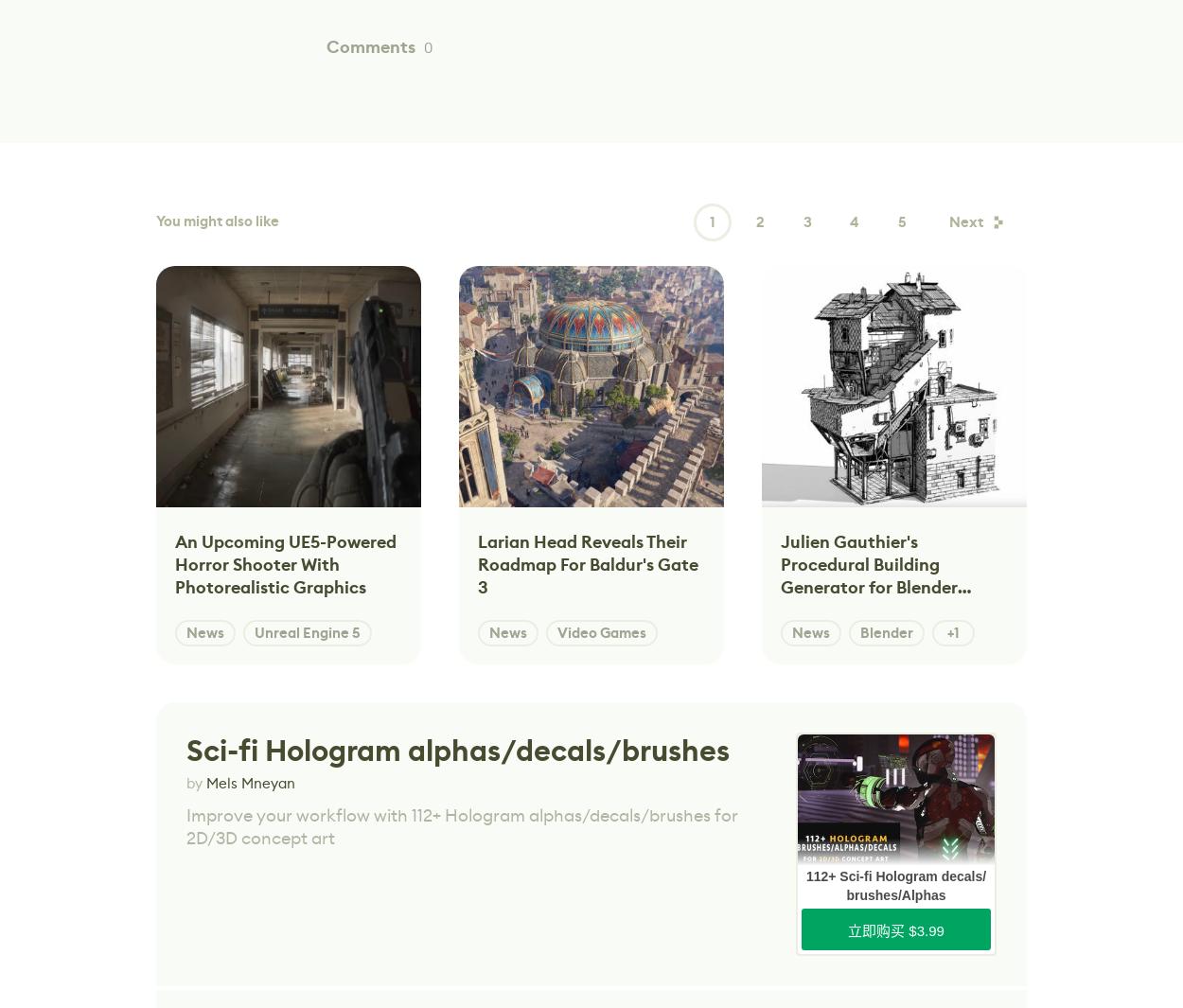 This screenshot has height=1008, width=1183. What do you see at coordinates (953, 633) in the screenshot?
I see `'+1'` at bounding box center [953, 633].